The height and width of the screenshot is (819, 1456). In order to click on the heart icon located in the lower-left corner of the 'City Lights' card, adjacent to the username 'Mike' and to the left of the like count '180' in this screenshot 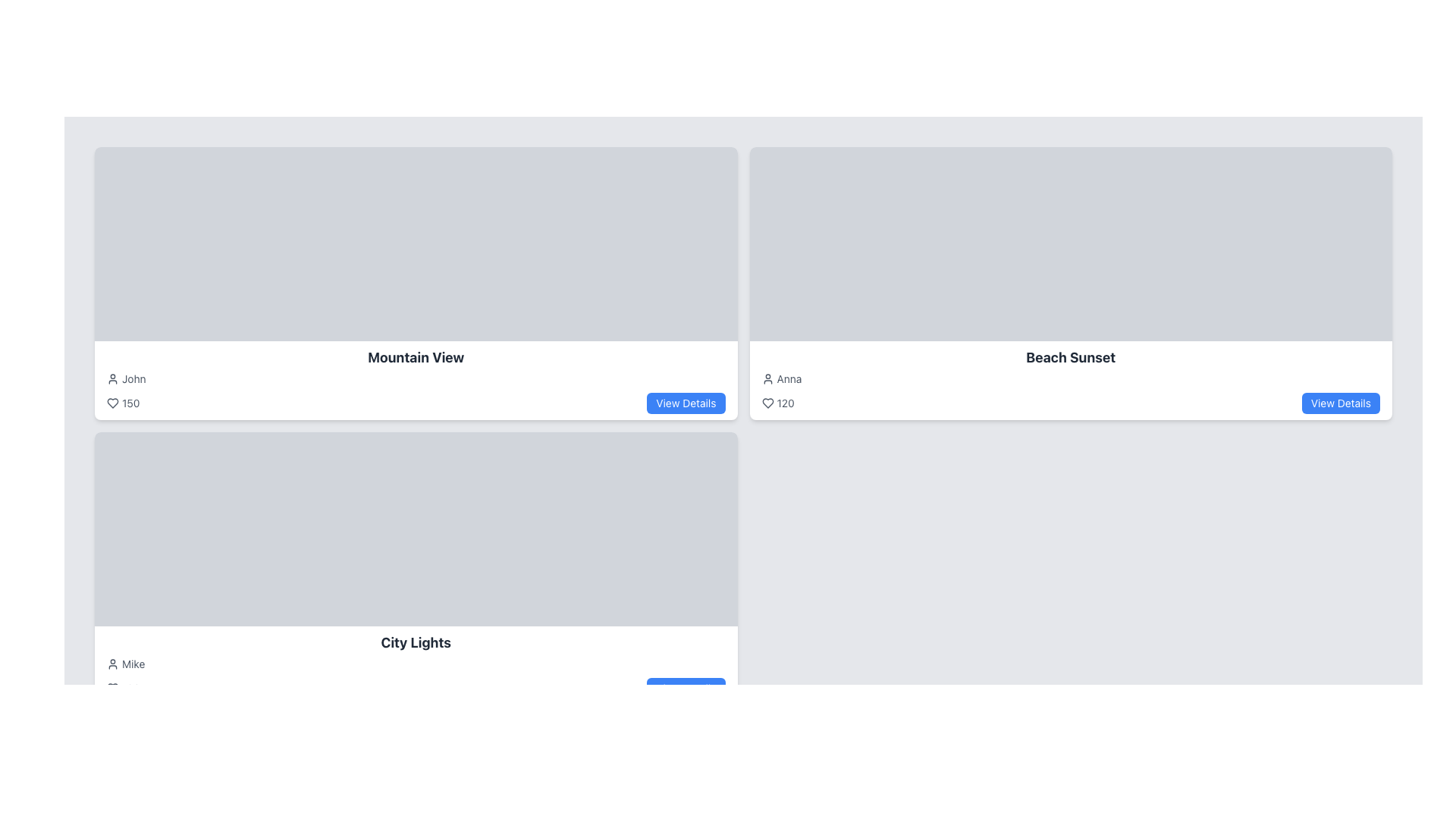, I will do `click(111, 688)`.